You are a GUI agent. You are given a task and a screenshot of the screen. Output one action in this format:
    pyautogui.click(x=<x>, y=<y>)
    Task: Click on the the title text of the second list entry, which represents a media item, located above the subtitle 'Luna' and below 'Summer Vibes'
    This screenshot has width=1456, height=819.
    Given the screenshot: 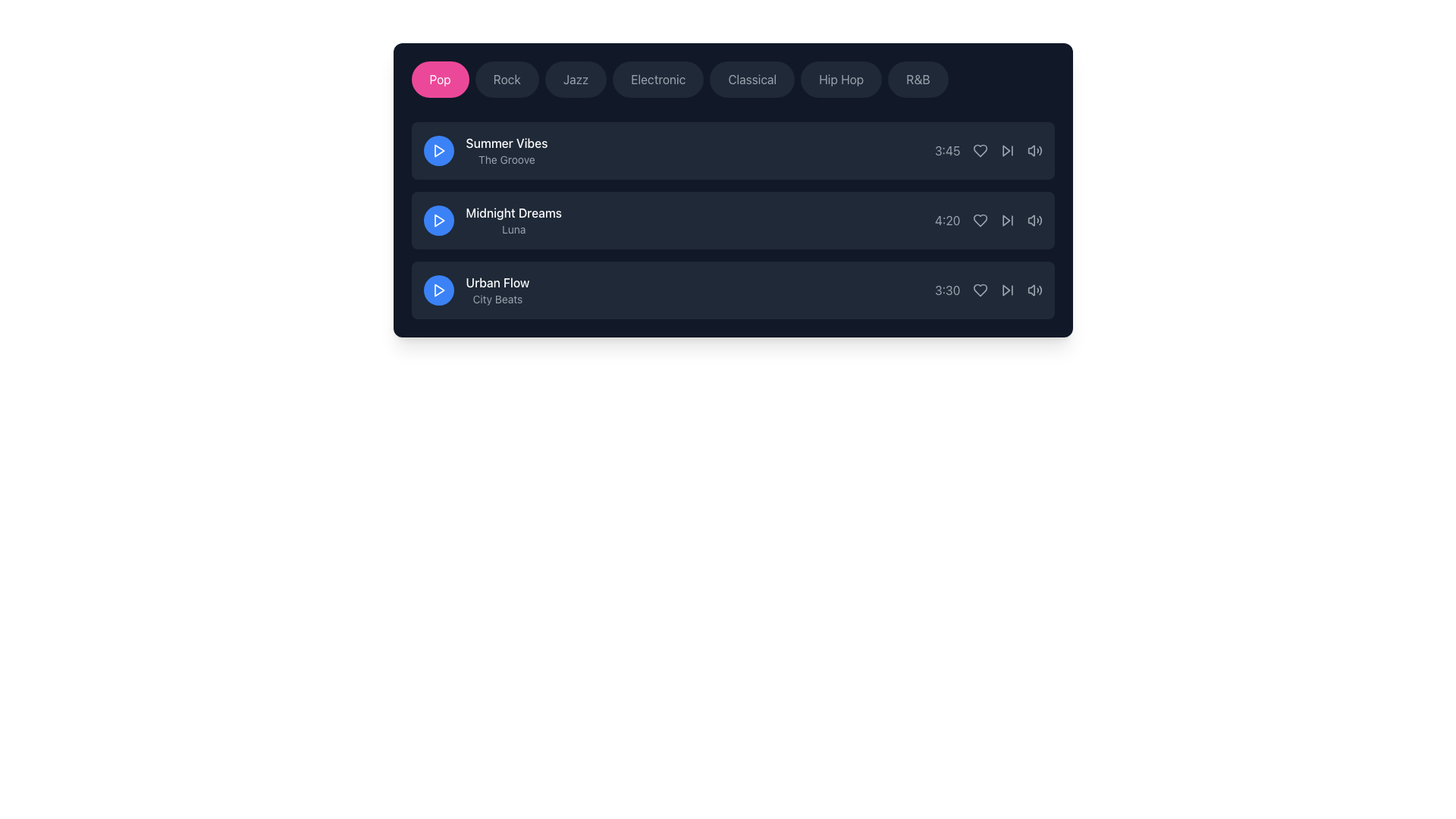 What is the action you would take?
    pyautogui.click(x=513, y=213)
    